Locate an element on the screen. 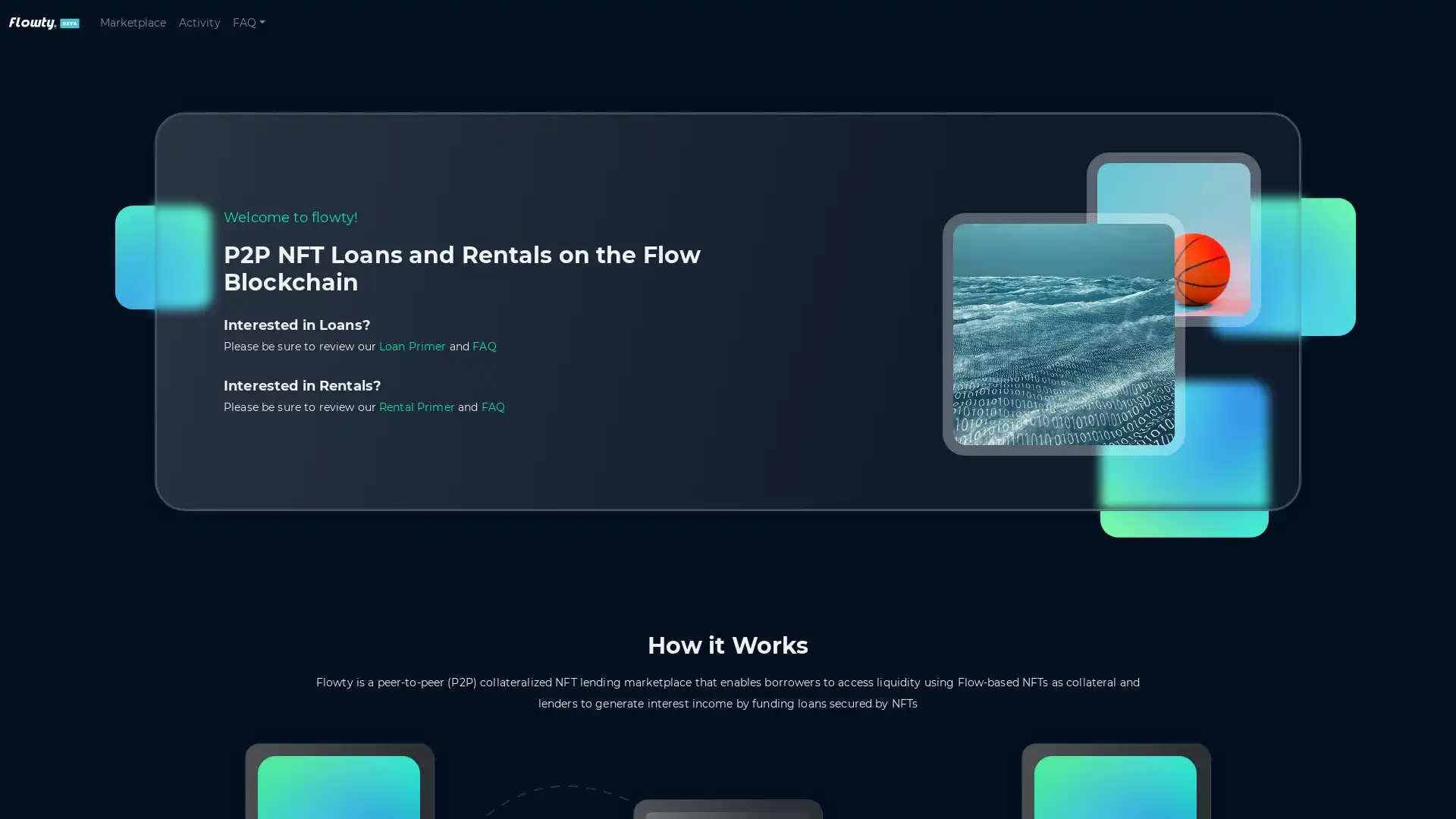  Connect wallet is located at coordinates (1389, 20).